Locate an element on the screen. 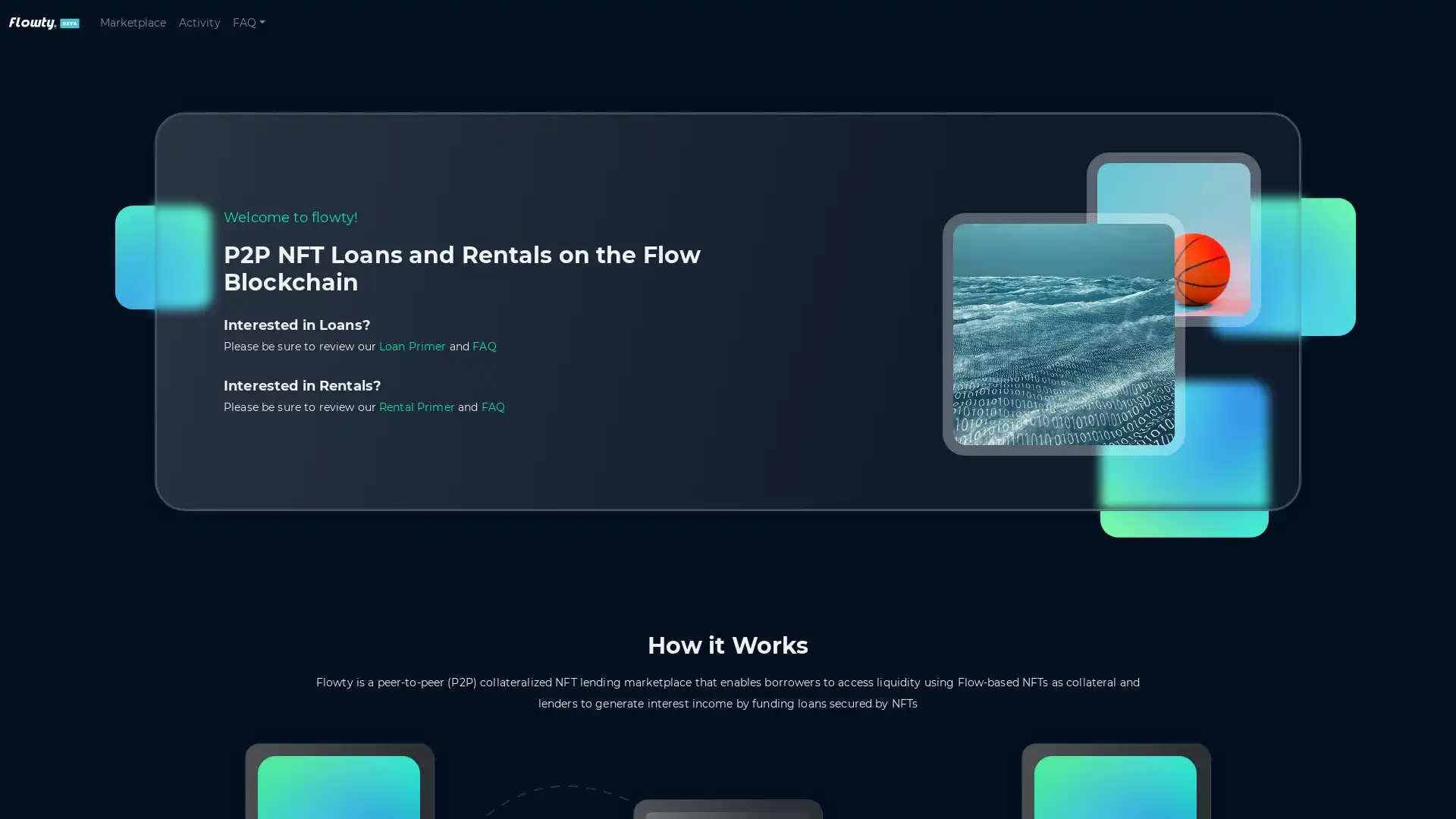  Connect wallet is located at coordinates (1389, 20).